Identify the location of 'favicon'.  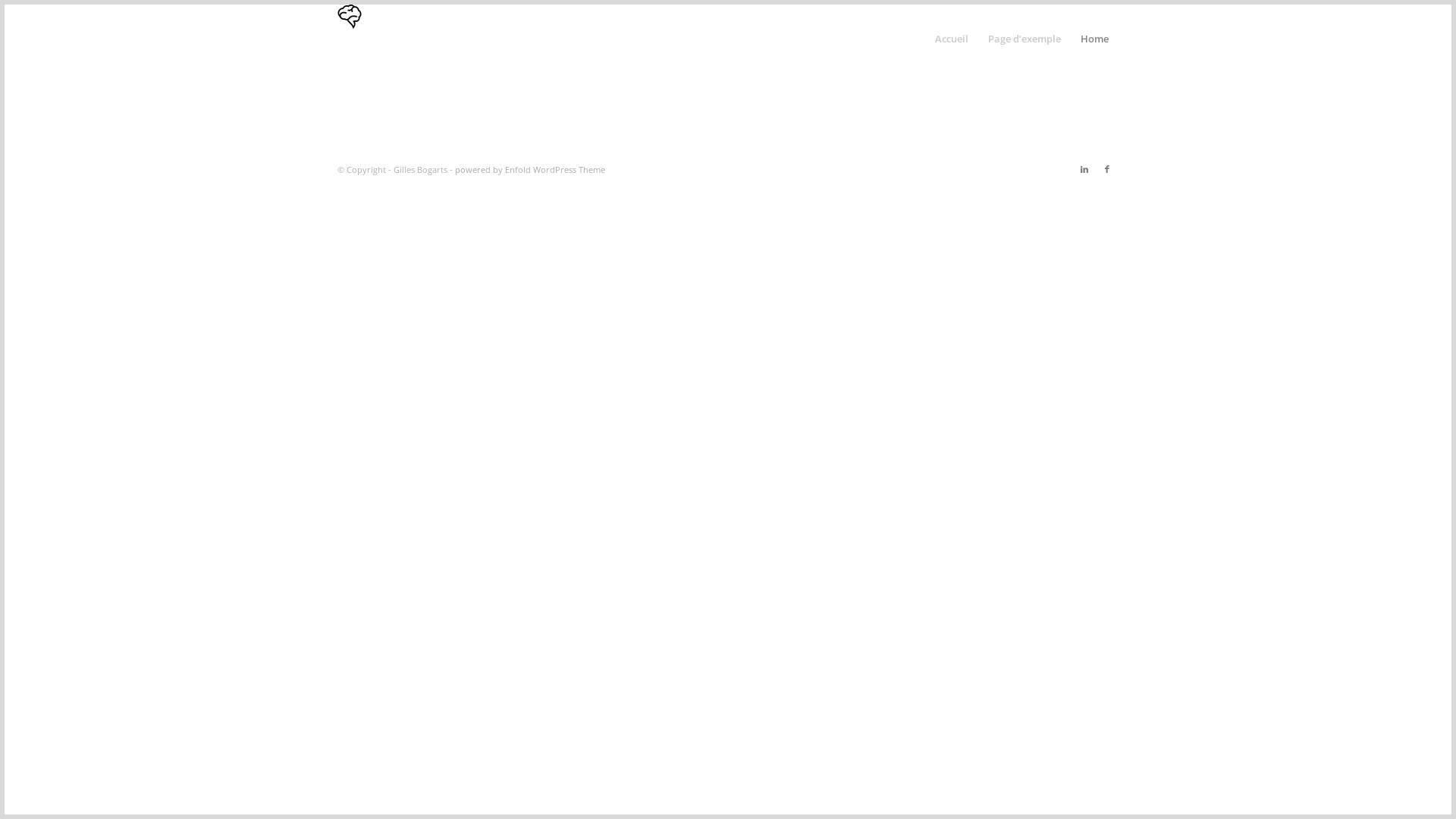
(348, 37).